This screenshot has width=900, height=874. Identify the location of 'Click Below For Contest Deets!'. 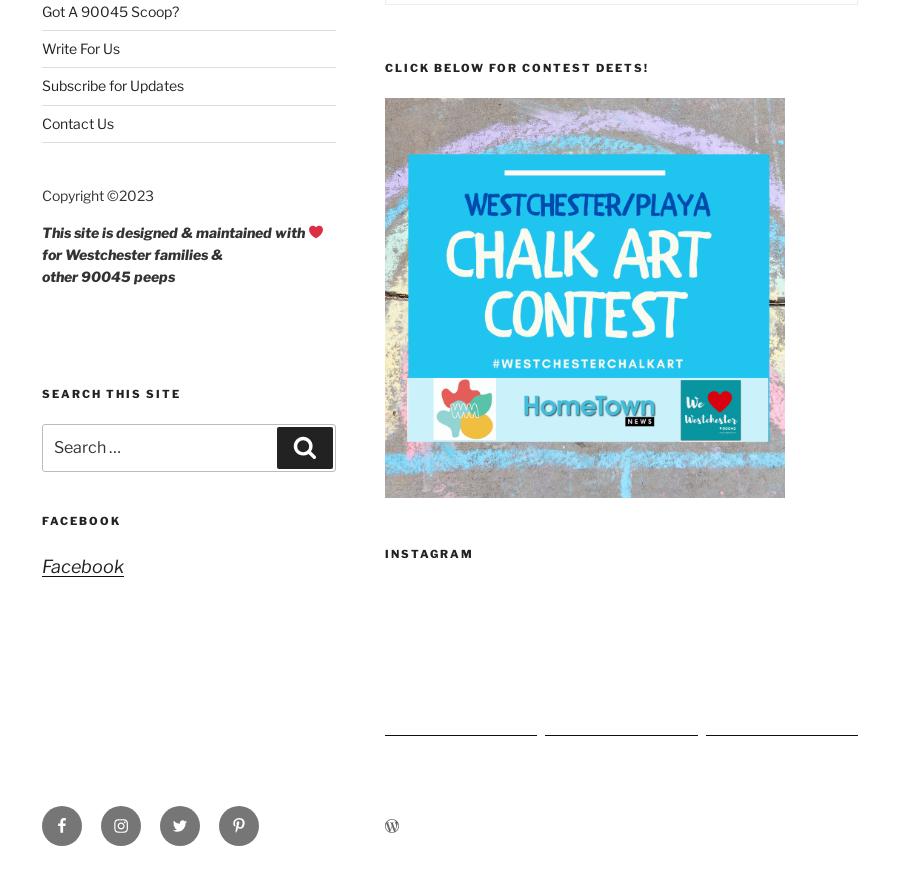
(514, 66).